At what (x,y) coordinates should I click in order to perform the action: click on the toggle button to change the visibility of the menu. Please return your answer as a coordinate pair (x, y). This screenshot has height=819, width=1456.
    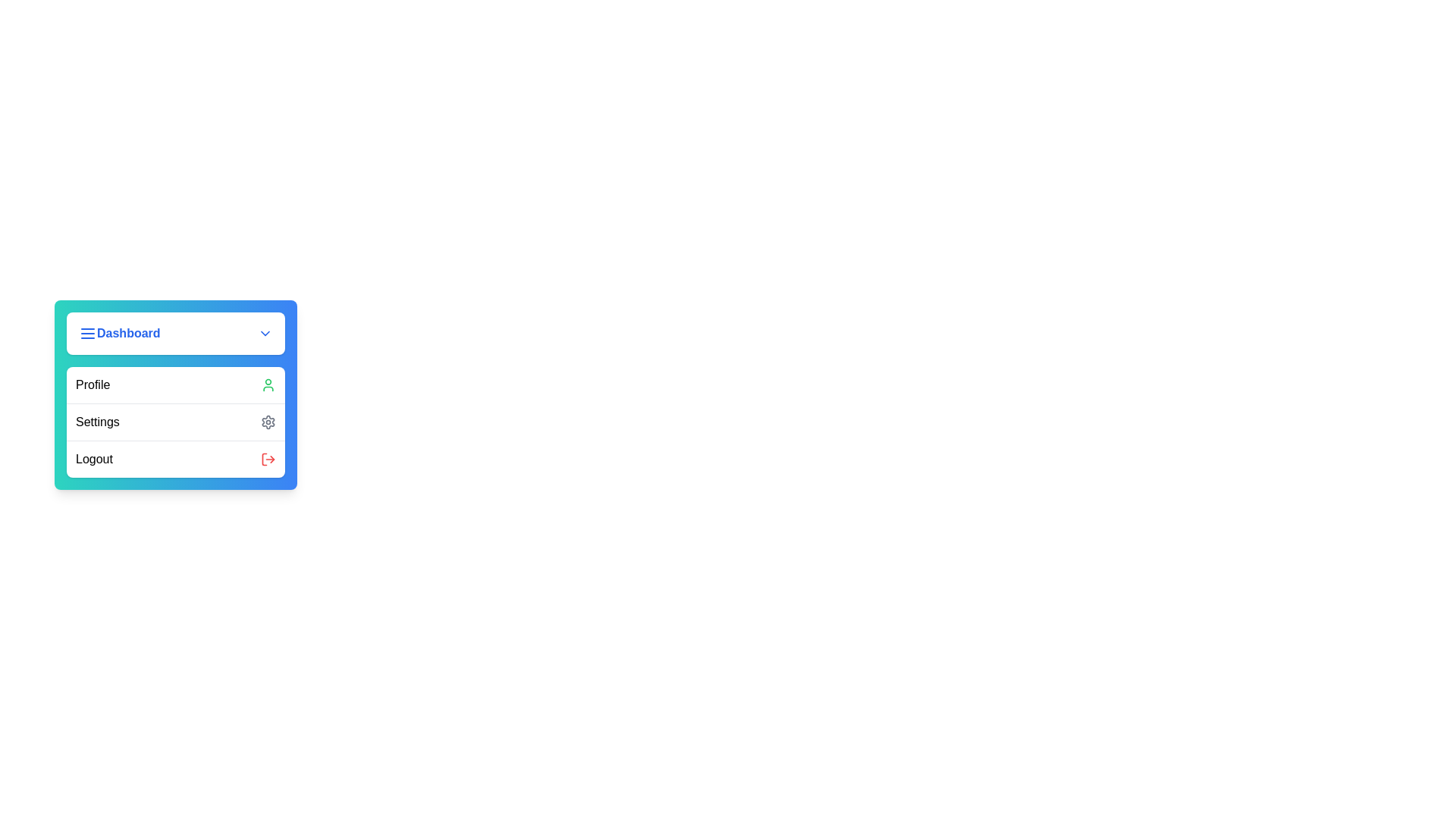
    Looking at the image, I should click on (175, 332).